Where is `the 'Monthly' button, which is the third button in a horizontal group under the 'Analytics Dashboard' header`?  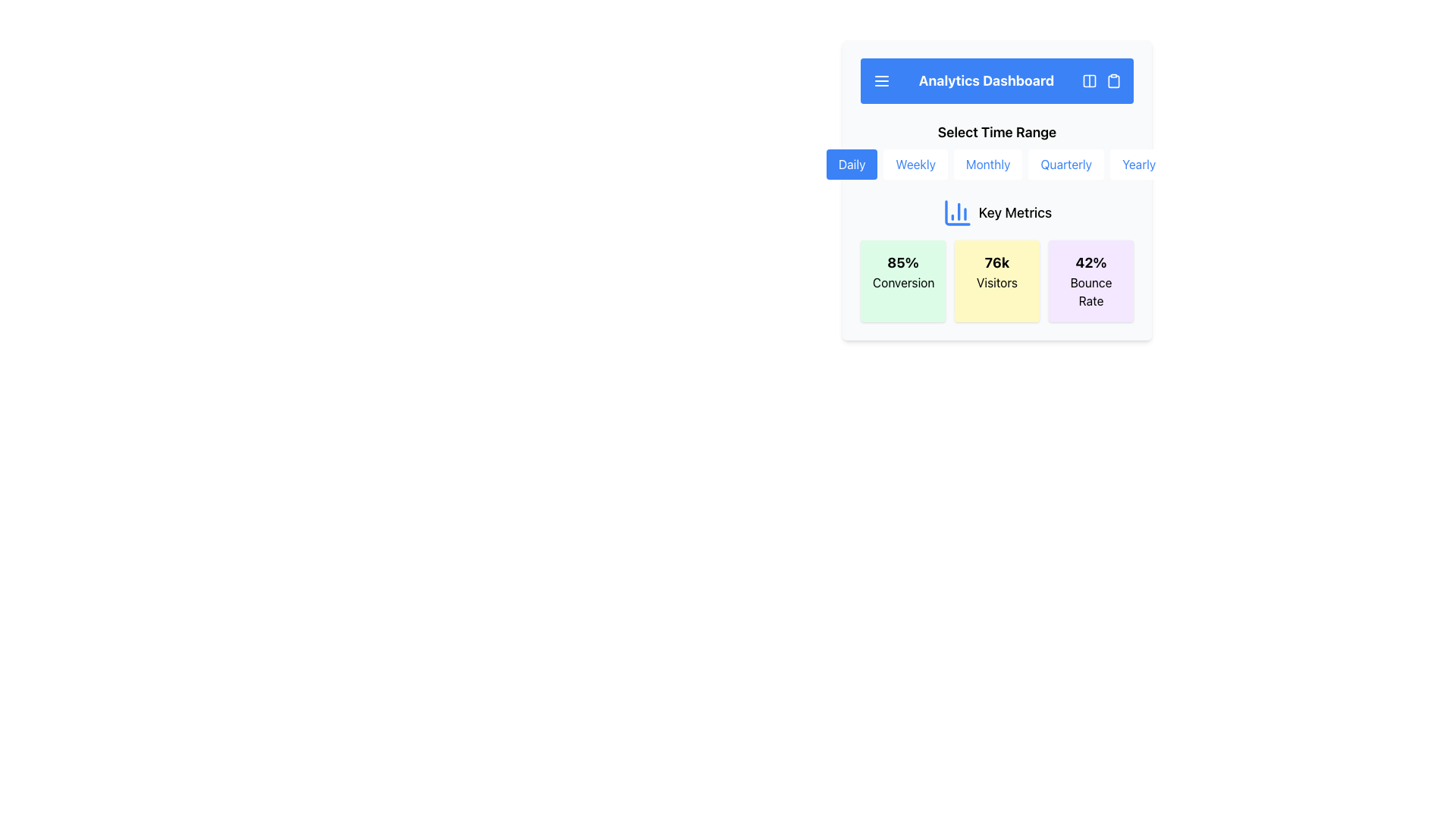
the 'Monthly' button, which is the third button in a horizontal group under the 'Analytics Dashboard' header is located at coordinates (988, 164).